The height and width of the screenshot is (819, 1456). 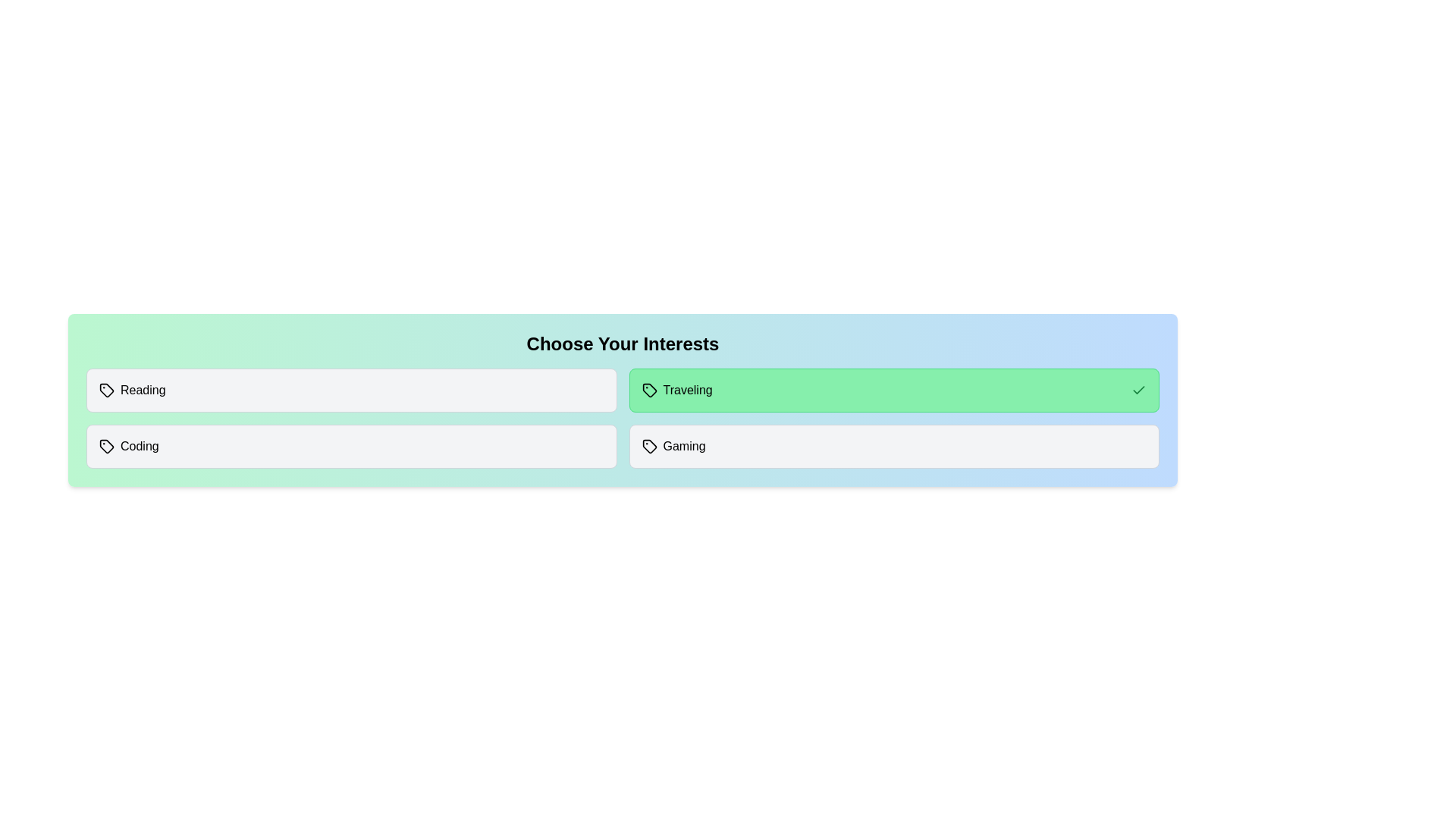 I want to click on the interest button labeled Gaming, so click(x=894, y=446).